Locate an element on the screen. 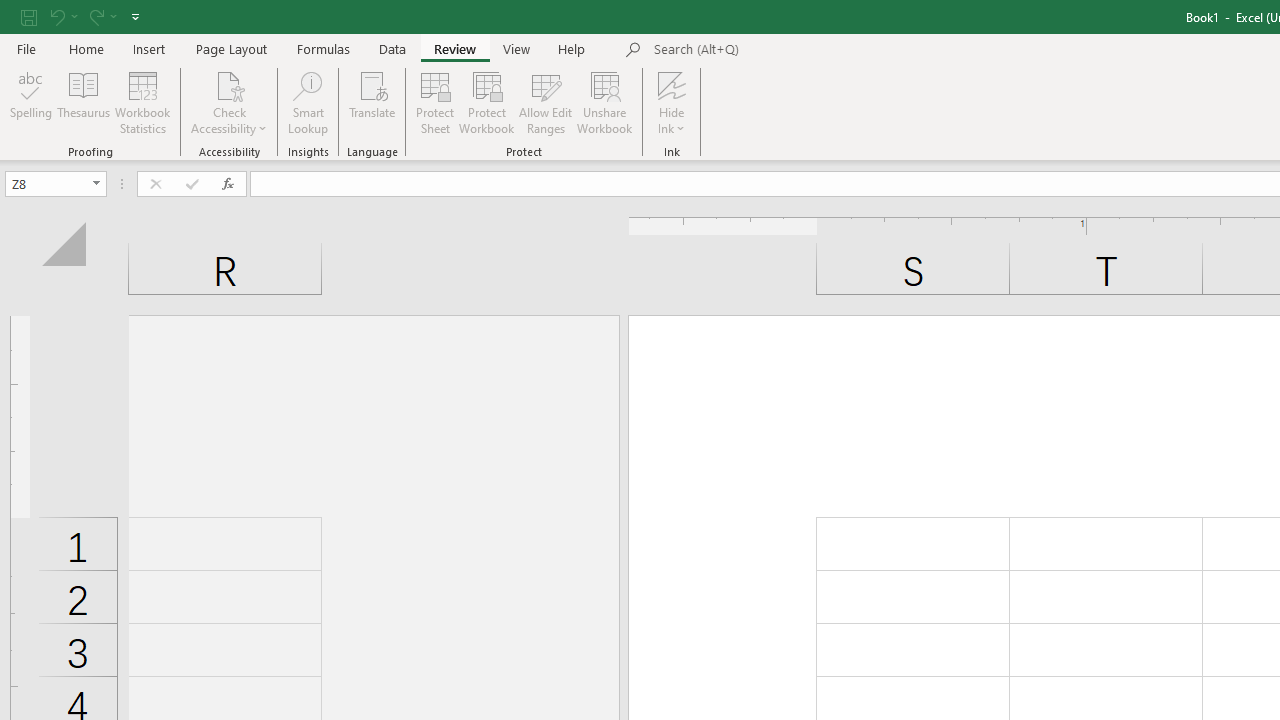 The image size is (1280, 720). 'Smart Lookup' is located at coordinates (307, 103).